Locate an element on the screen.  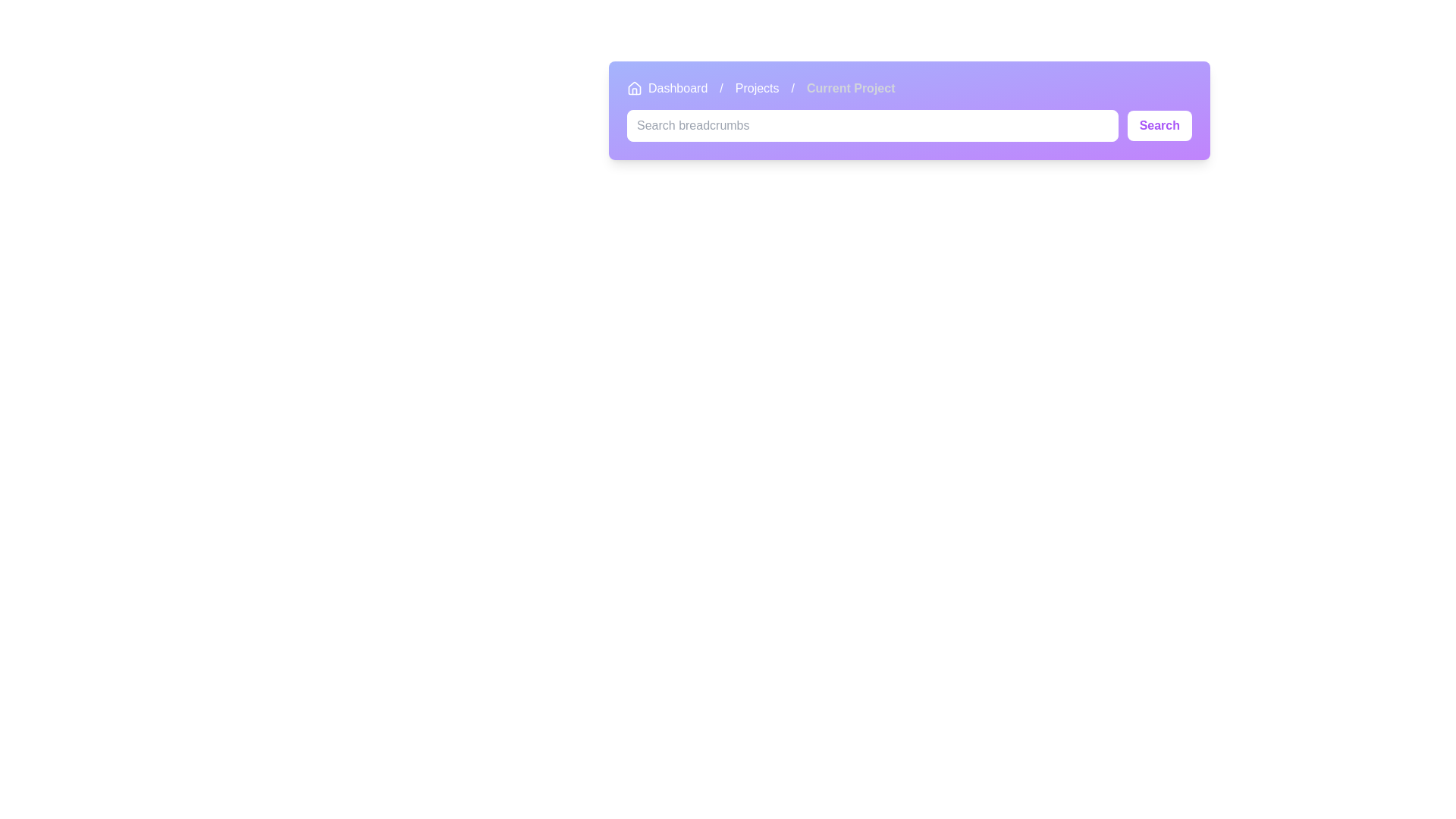
the 'Dashboard' text label in the breadcrumb navigation bar, which is styled with white text and accompanied by a house icon is located at coordinates (667, 88).